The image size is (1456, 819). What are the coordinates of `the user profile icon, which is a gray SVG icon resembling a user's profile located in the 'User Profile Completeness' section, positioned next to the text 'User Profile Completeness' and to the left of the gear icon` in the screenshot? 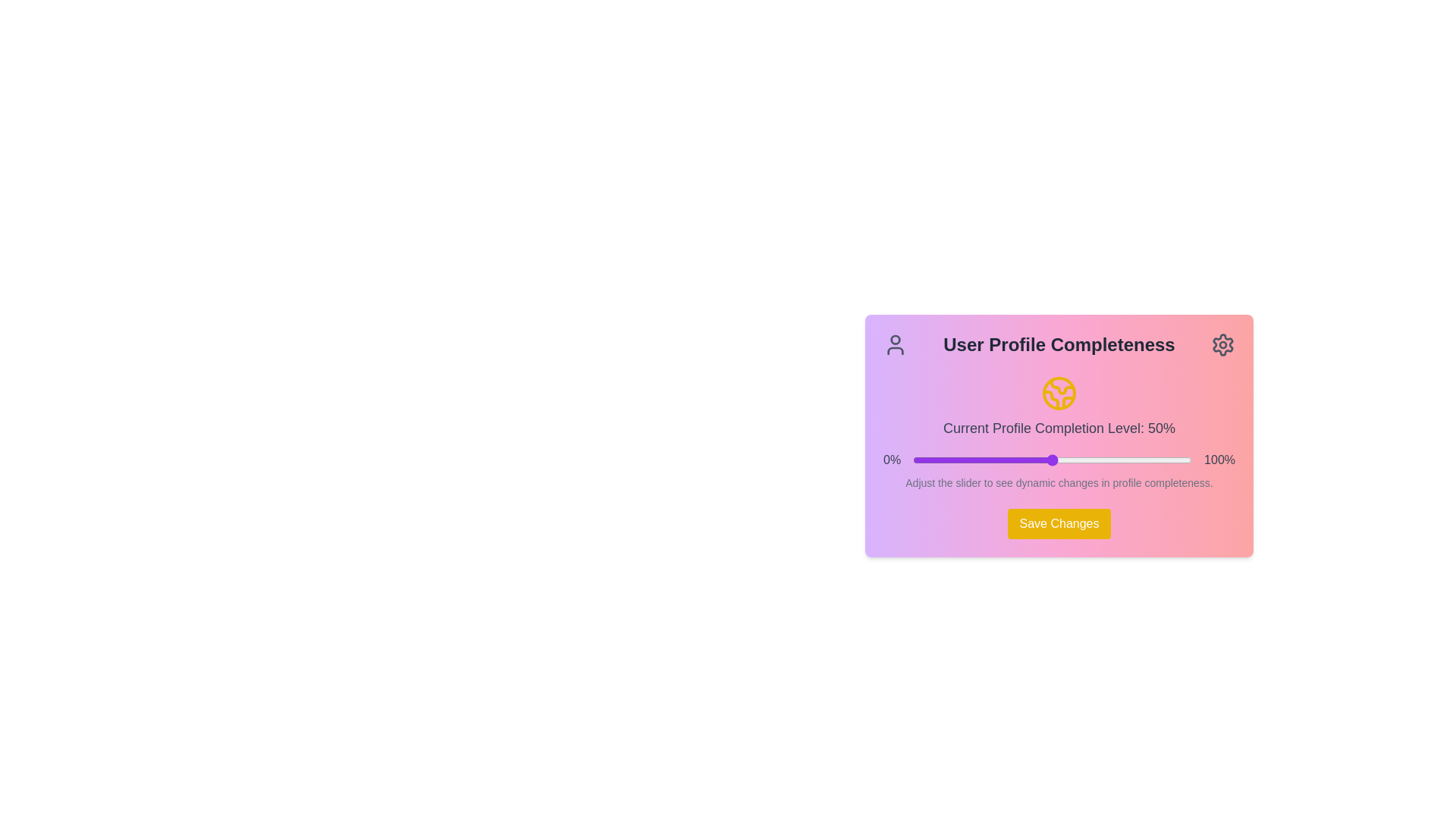 It's located at (895, 345).